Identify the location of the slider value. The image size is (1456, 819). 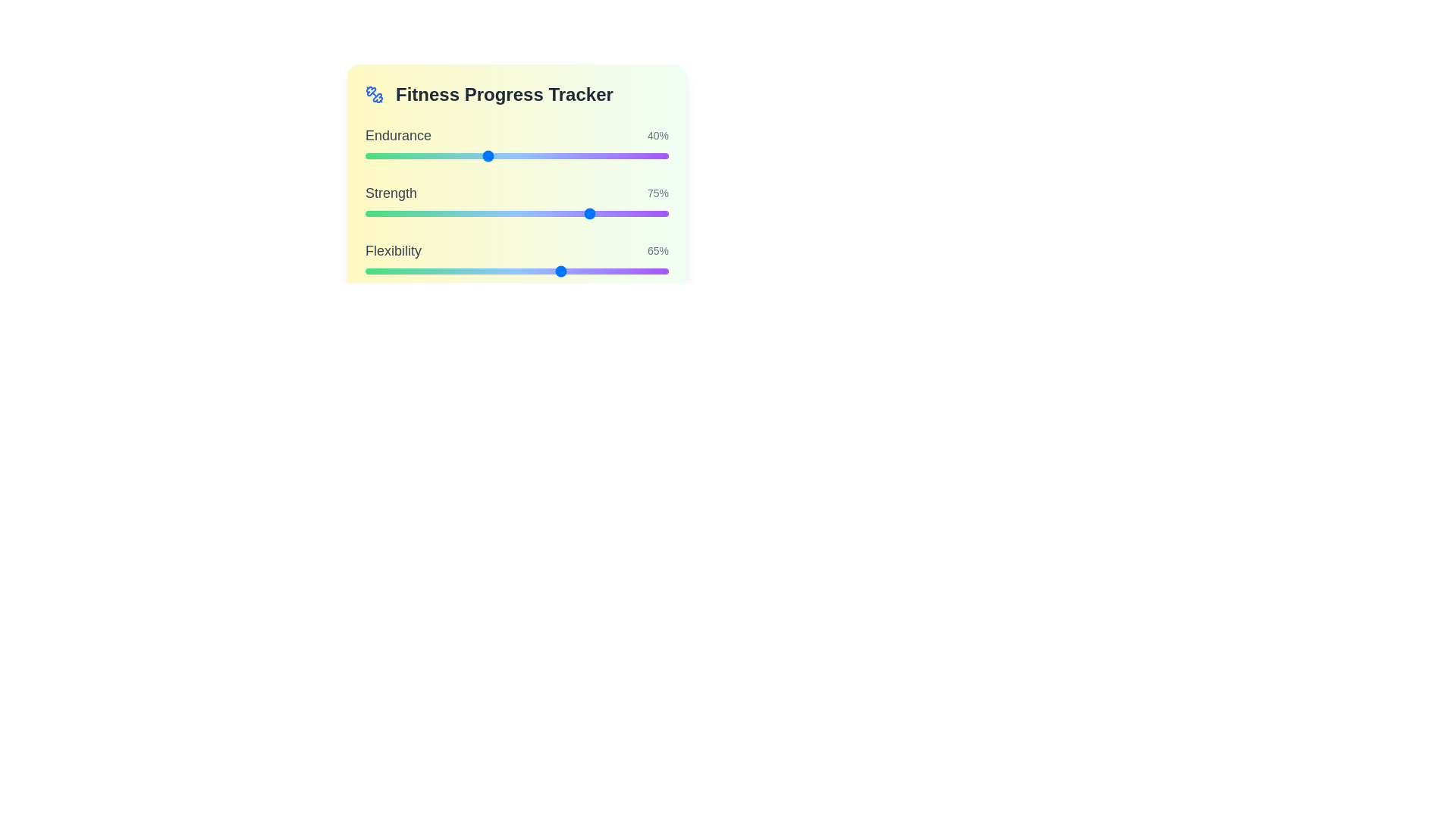
(541, 213).